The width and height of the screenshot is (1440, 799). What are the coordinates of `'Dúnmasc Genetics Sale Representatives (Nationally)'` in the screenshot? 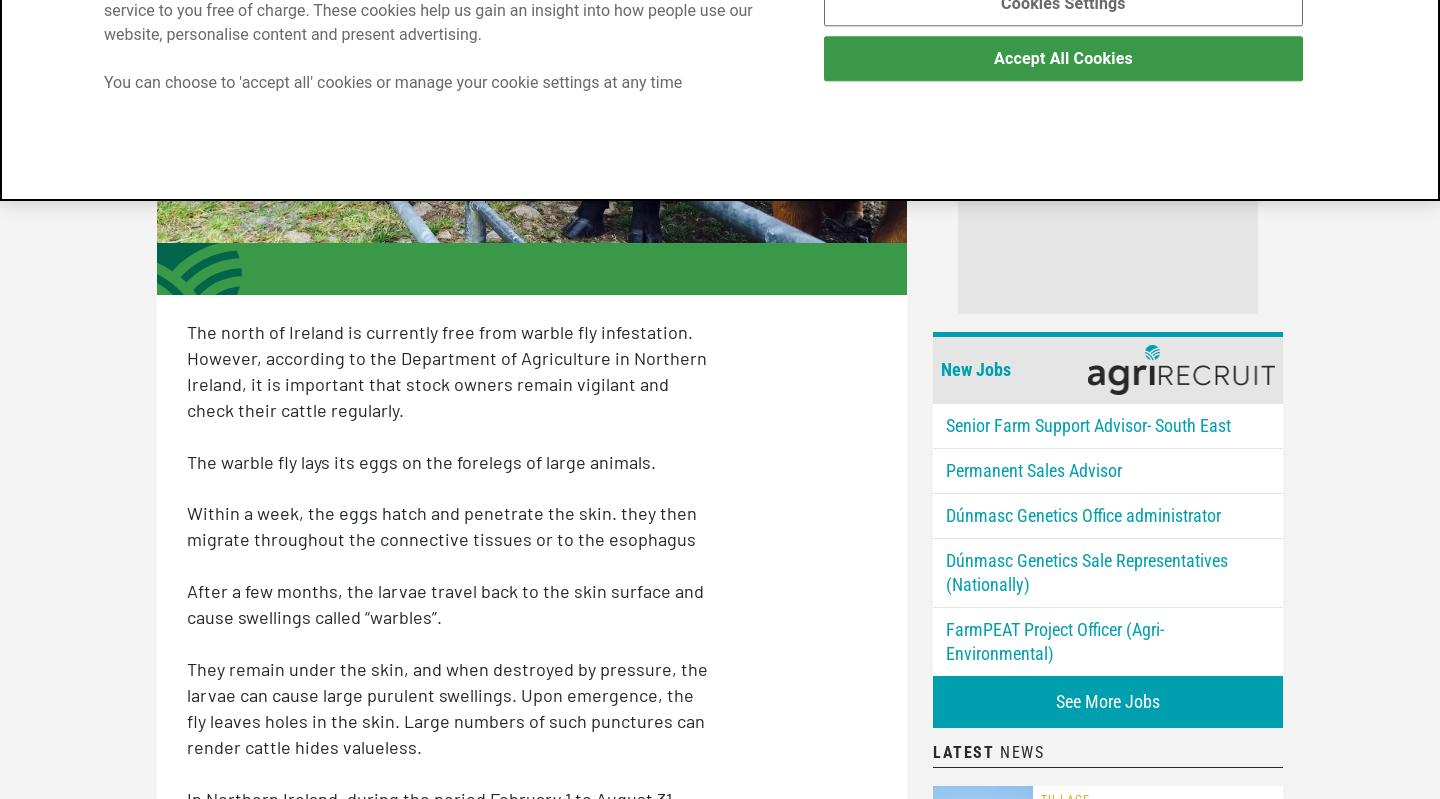 It's located at (1086, 571).